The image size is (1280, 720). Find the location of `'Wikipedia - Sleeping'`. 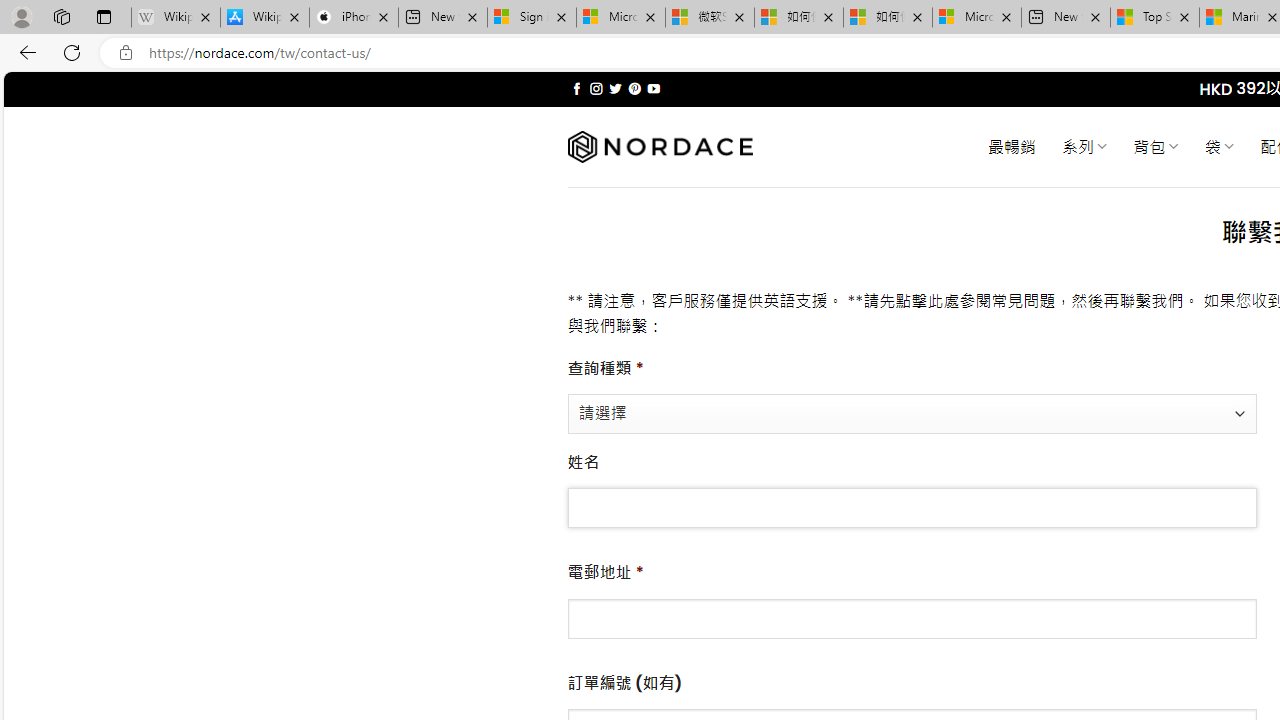

'Wikipedia - Sleeping' is located at coordinates (176, 17).